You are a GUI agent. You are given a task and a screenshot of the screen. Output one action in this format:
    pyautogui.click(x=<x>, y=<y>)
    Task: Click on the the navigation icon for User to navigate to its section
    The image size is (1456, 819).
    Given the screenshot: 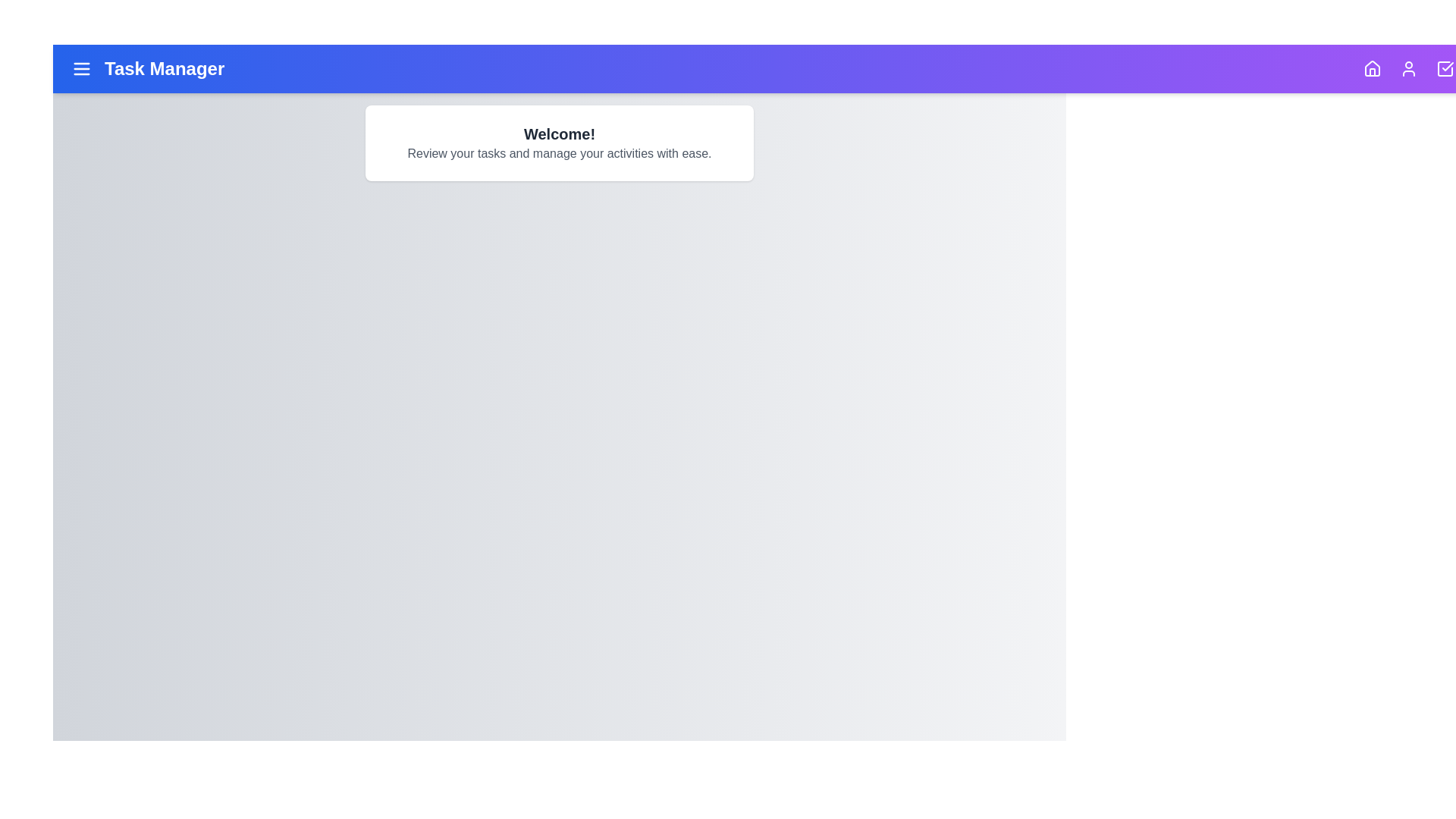 What is the action you would take?
    pyautogui.click(x=1407, y=69)
    